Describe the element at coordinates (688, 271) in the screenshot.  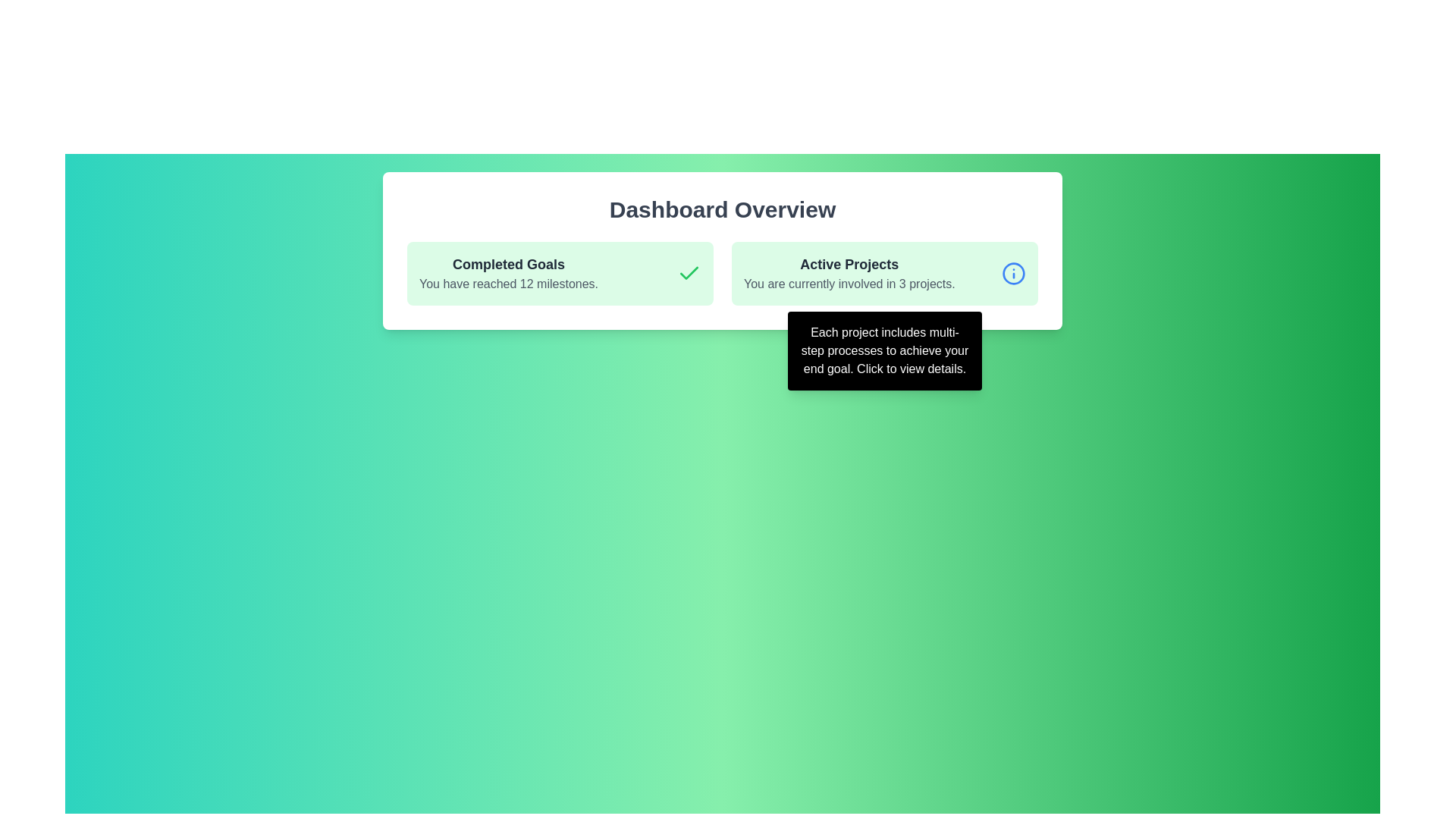
I see `the checkmark icon in the 'Completed Goals' section of the dashboard to indicate the completion of associated goals or milestones` at that location.